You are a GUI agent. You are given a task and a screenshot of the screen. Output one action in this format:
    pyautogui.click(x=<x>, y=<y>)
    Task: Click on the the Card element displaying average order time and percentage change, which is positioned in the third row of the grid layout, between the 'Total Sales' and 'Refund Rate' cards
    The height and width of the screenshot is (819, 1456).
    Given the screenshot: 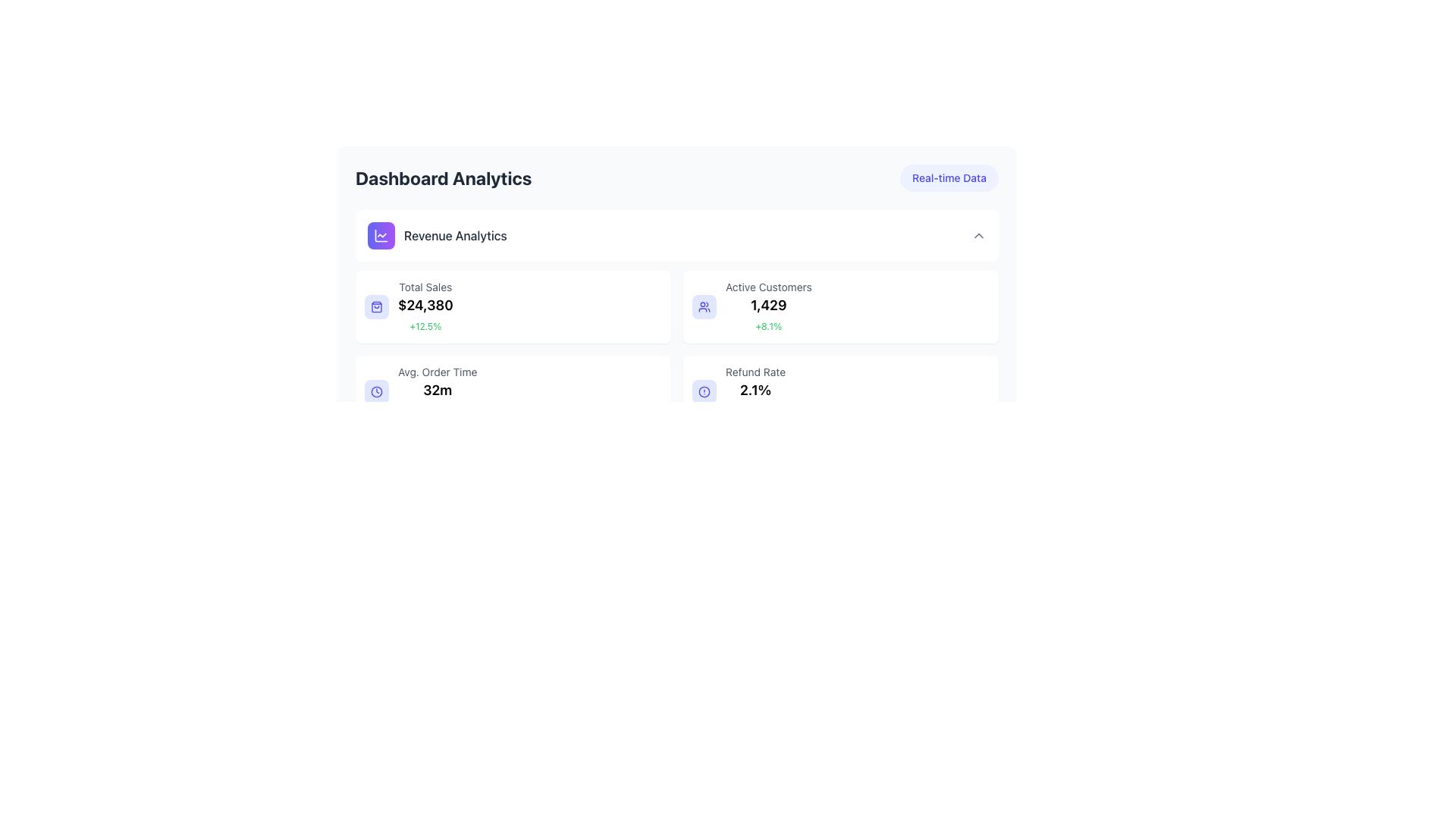 What is the action you would take?
    pyautogui.click(x=513, y=391)
    